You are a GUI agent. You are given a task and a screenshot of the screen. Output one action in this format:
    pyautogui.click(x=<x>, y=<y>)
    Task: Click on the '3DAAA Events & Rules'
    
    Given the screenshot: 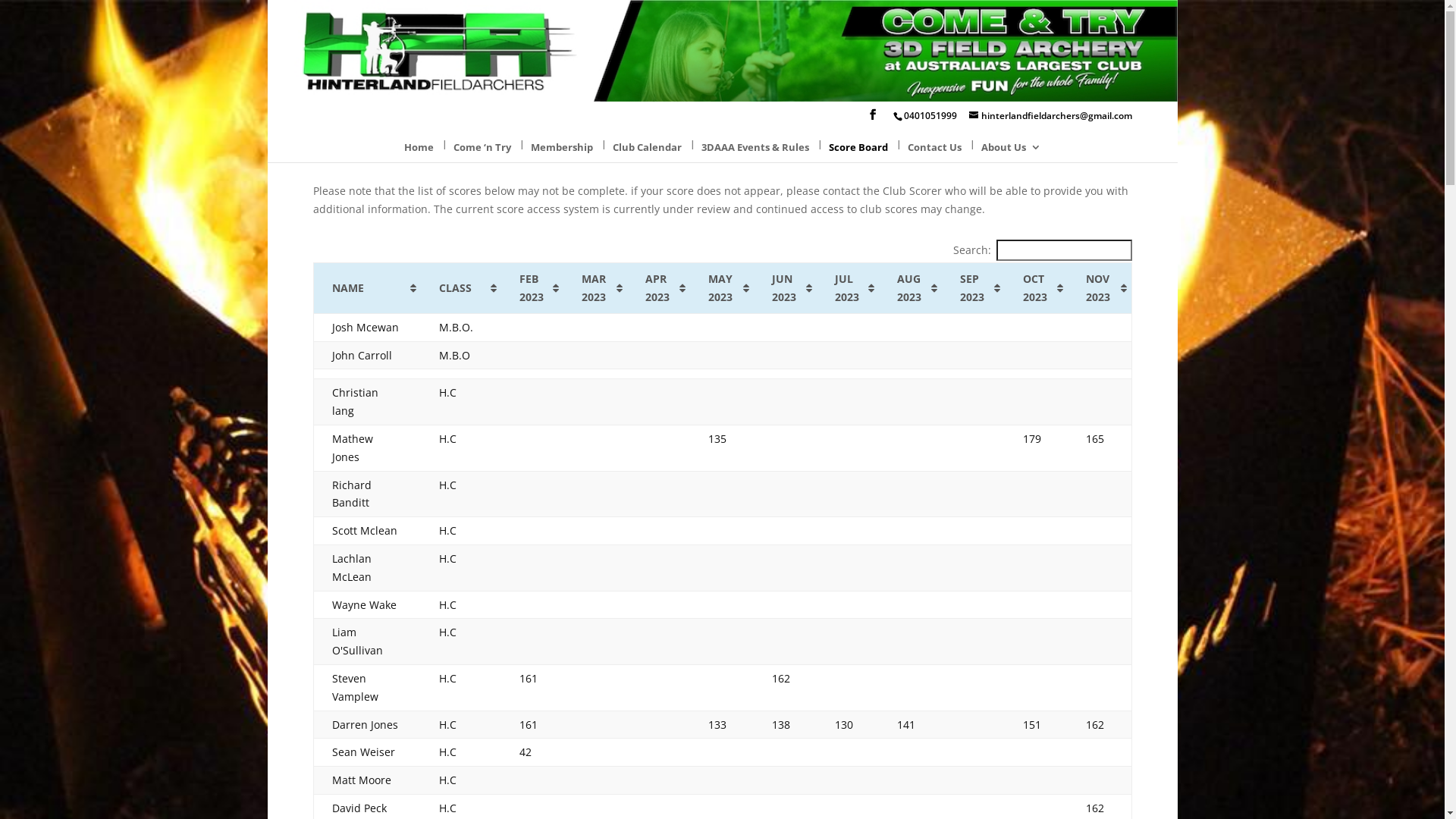 What is the action you would take?
    pyautogui.click(x=700, y=150)
    